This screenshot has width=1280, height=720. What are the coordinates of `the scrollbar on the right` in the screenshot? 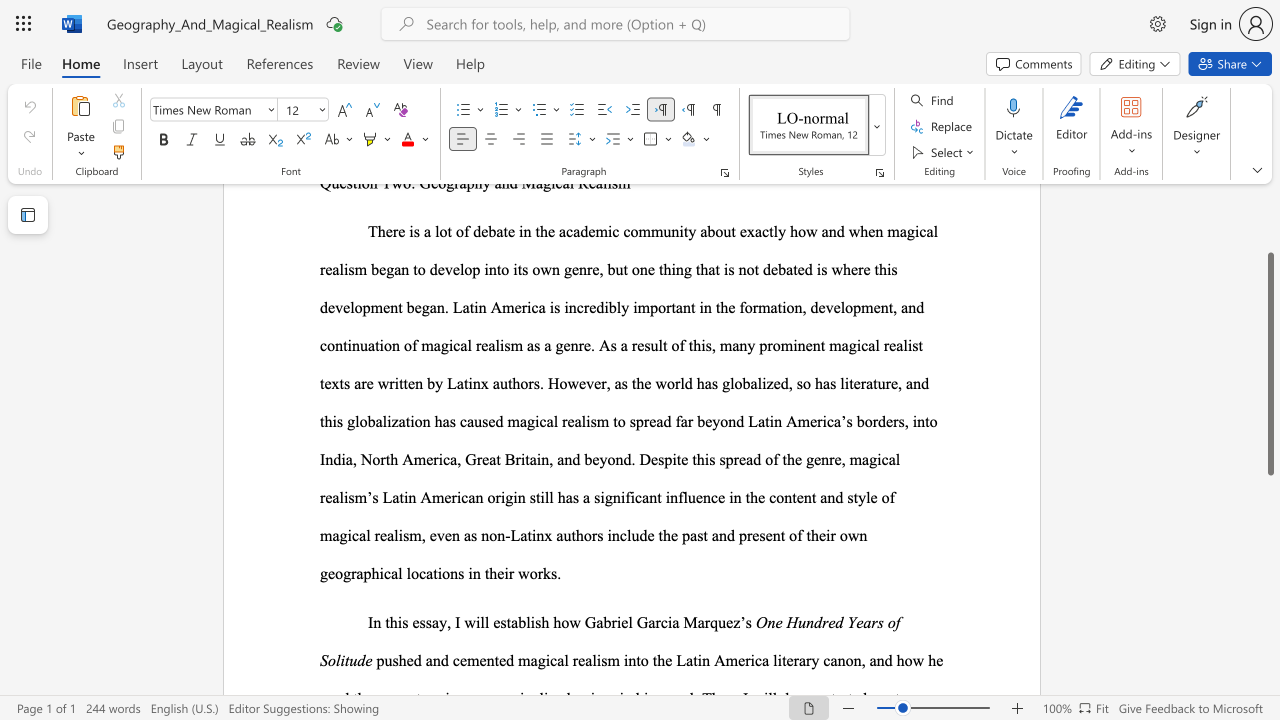 It's located at (1269, 670).